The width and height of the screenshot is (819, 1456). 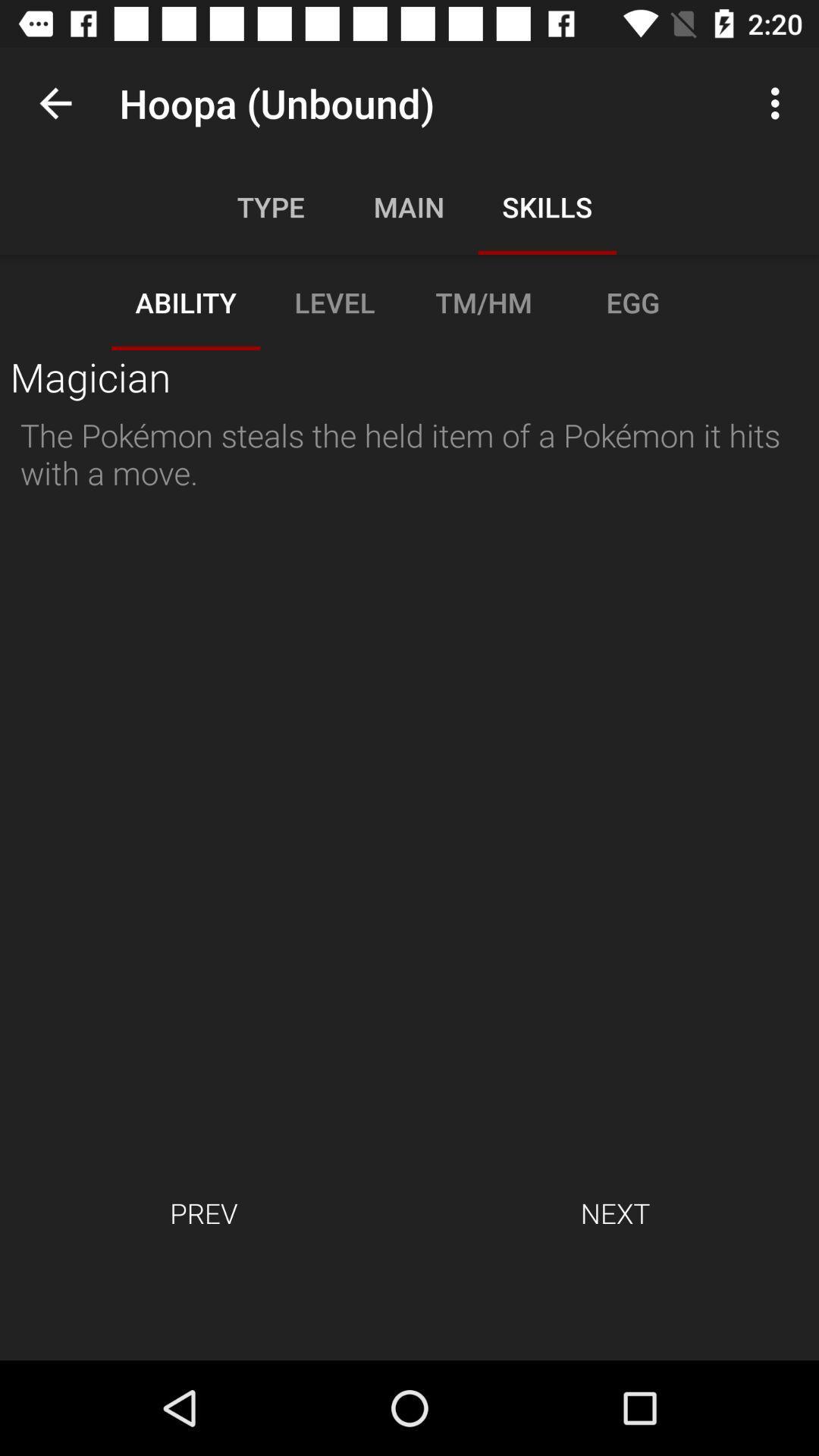 I want to click on icon below the prev item, so click(x=409, y=1310).